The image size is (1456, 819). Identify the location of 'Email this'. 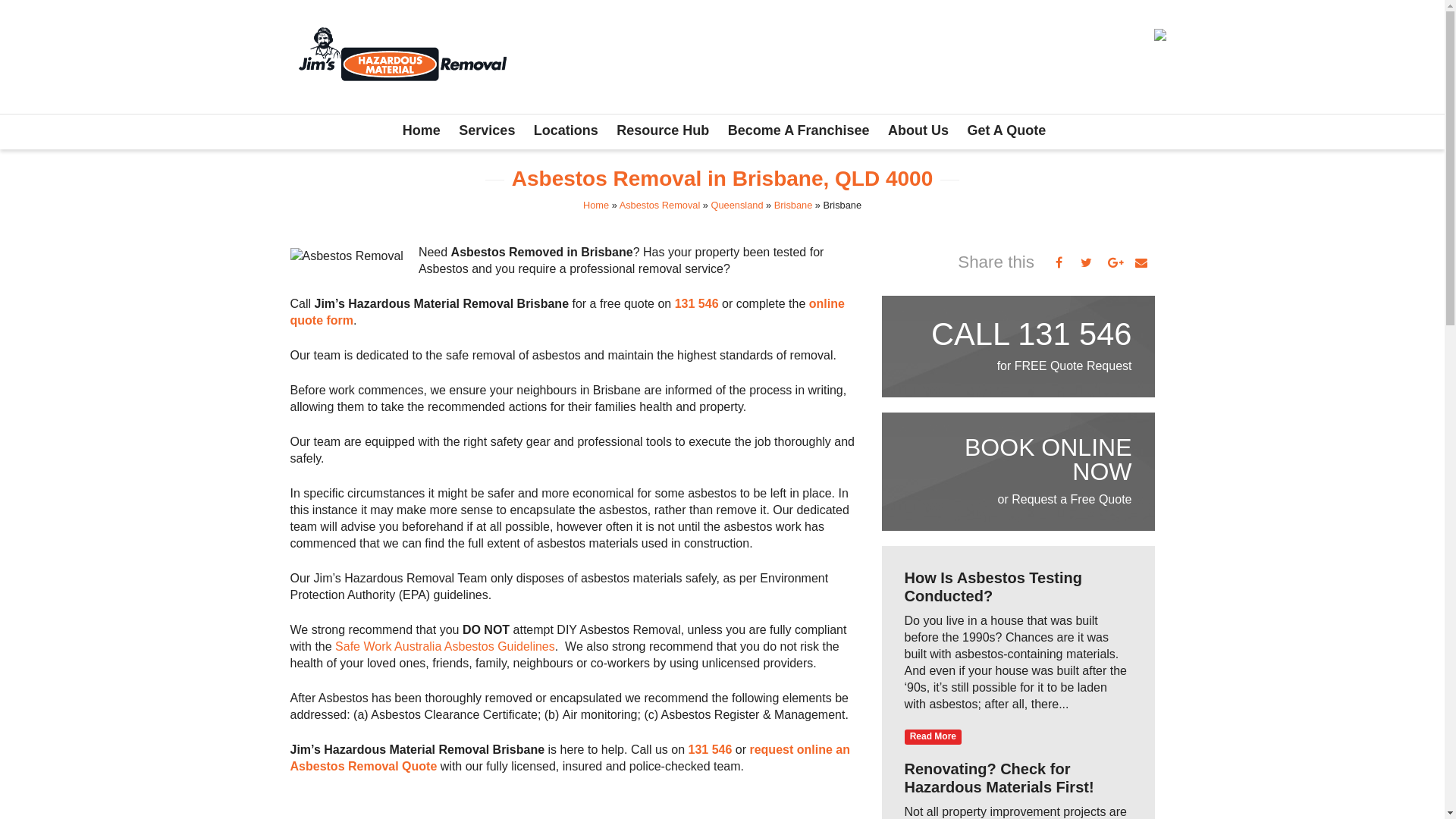
(1140, 262).